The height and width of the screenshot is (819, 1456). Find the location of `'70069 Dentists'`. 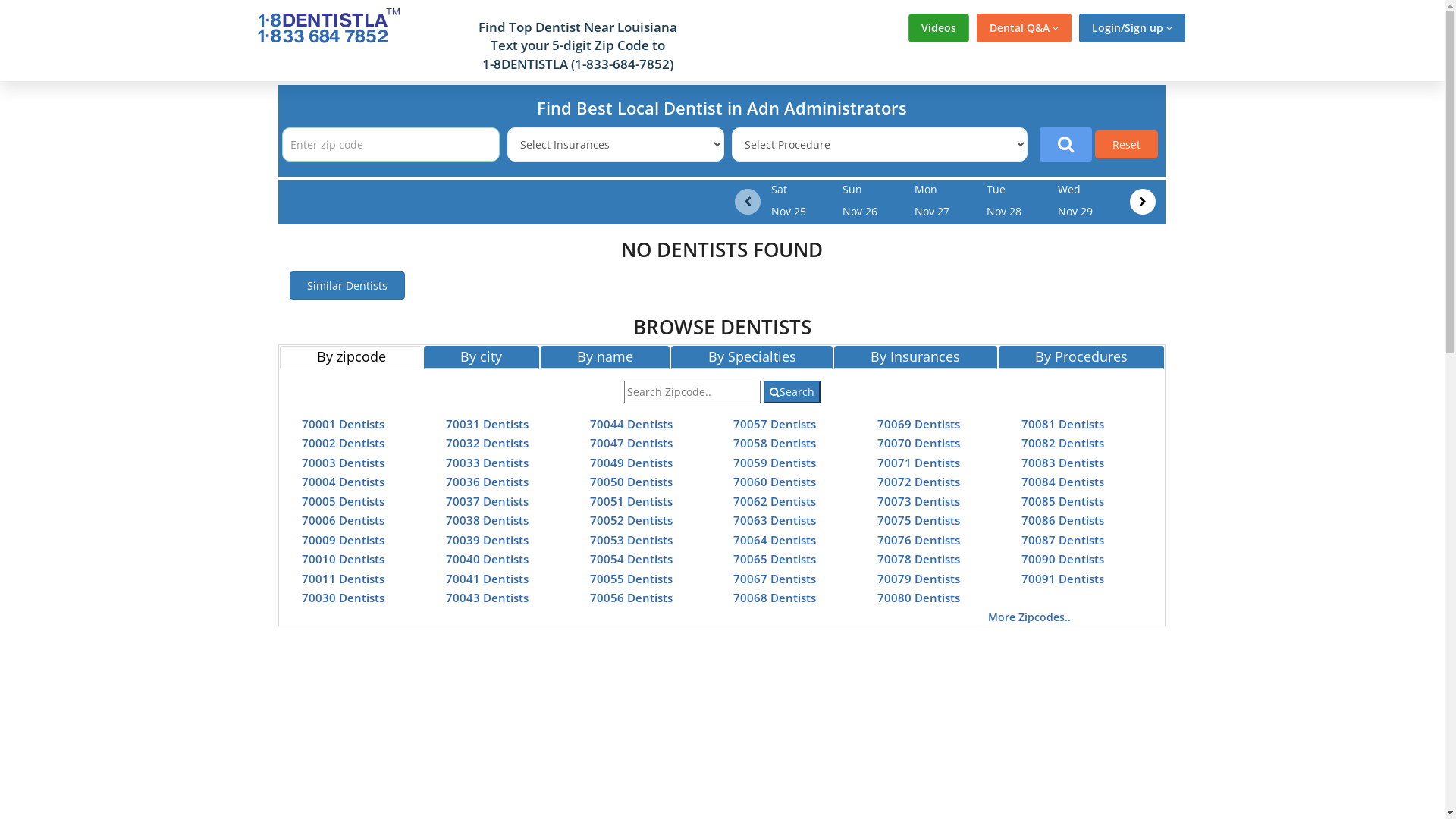

'70069 Dentists' is located at coordinates (877, 423).